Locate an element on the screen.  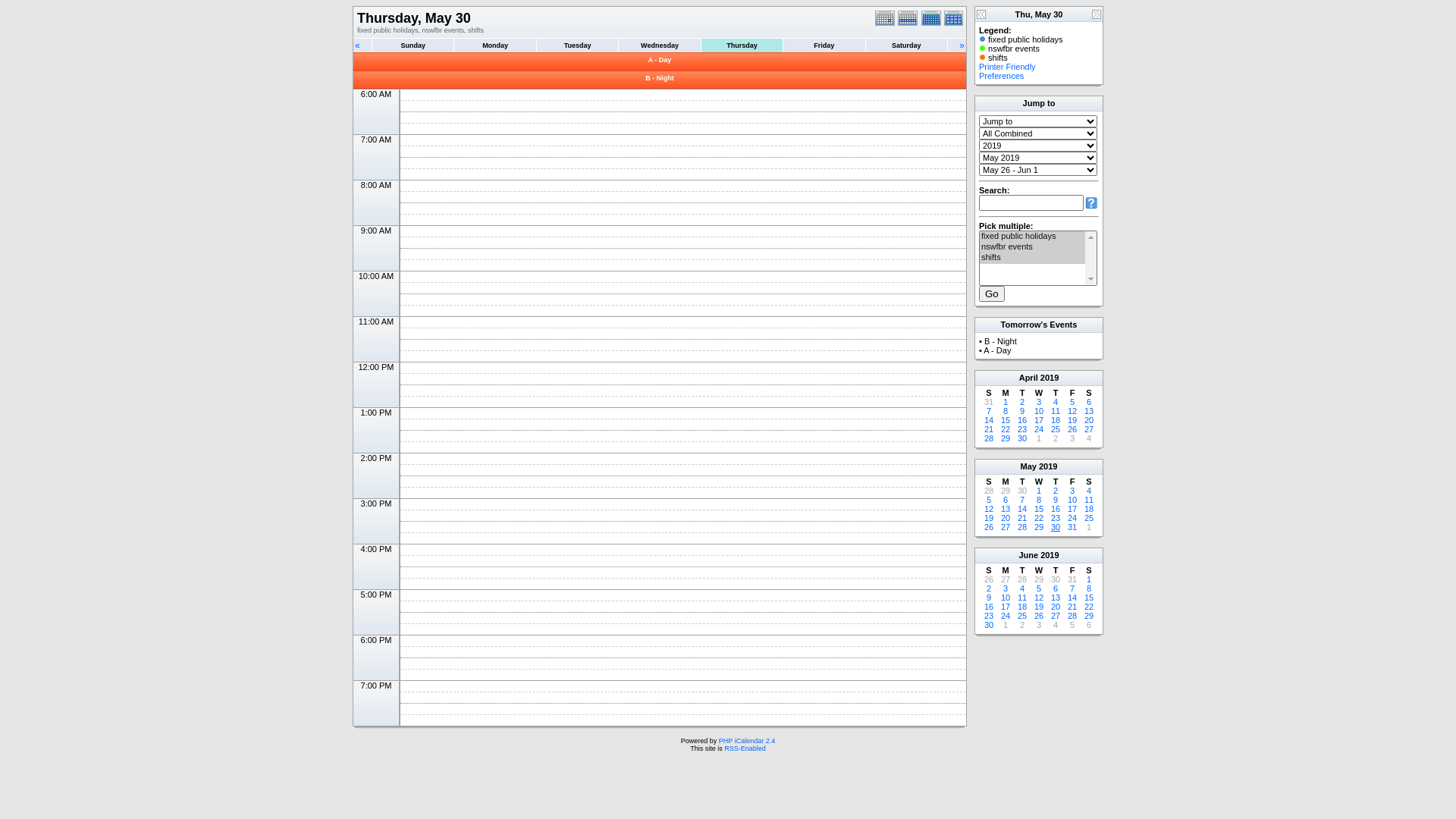
'3' is located at coordinates (1005, 587).